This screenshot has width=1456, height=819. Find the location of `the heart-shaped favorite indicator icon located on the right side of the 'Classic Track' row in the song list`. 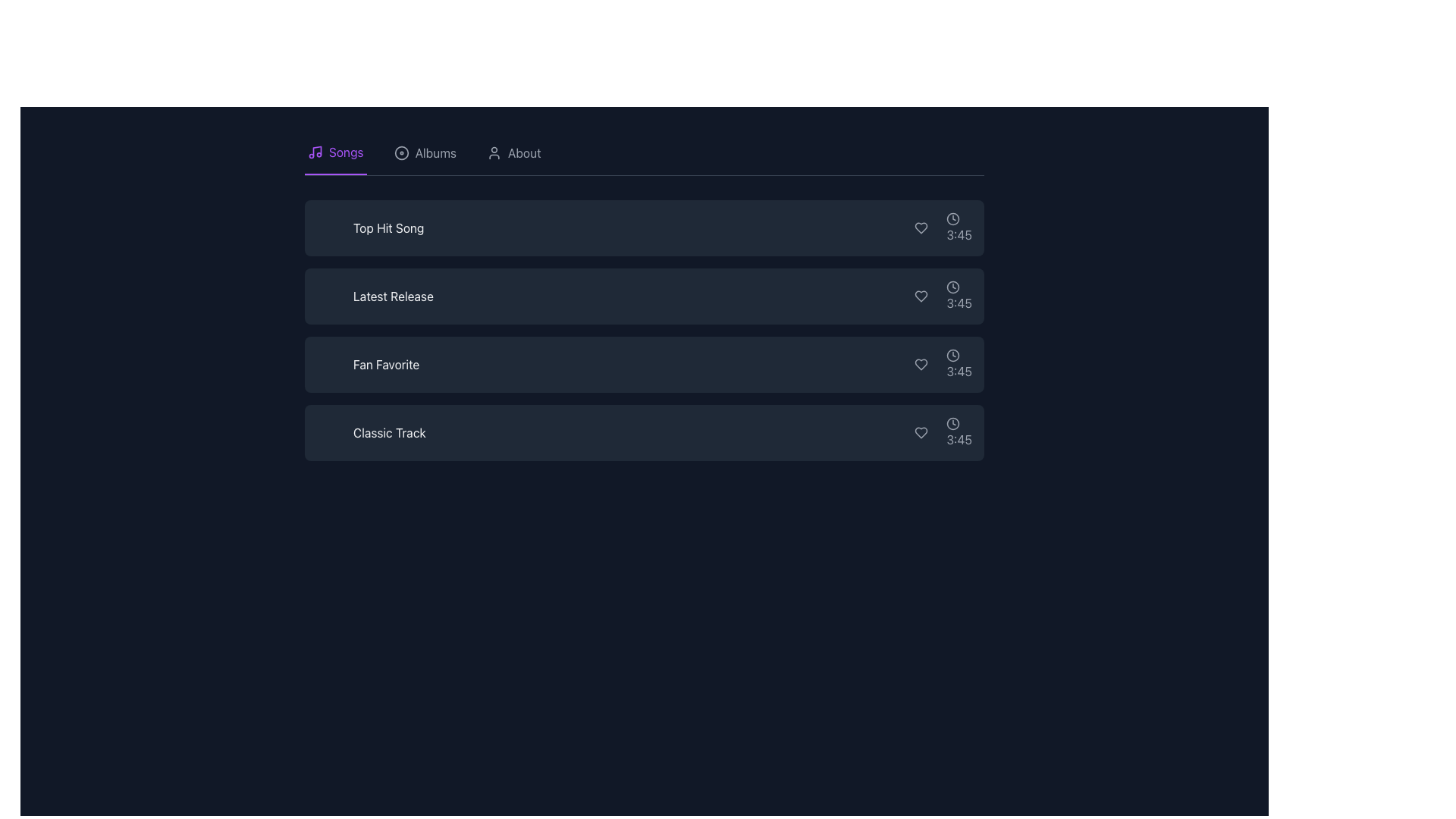

the heart-shaped favorite indicator icon located on the right side of the 'Classic Track' row in the song list is located at coordinates (921, 432).